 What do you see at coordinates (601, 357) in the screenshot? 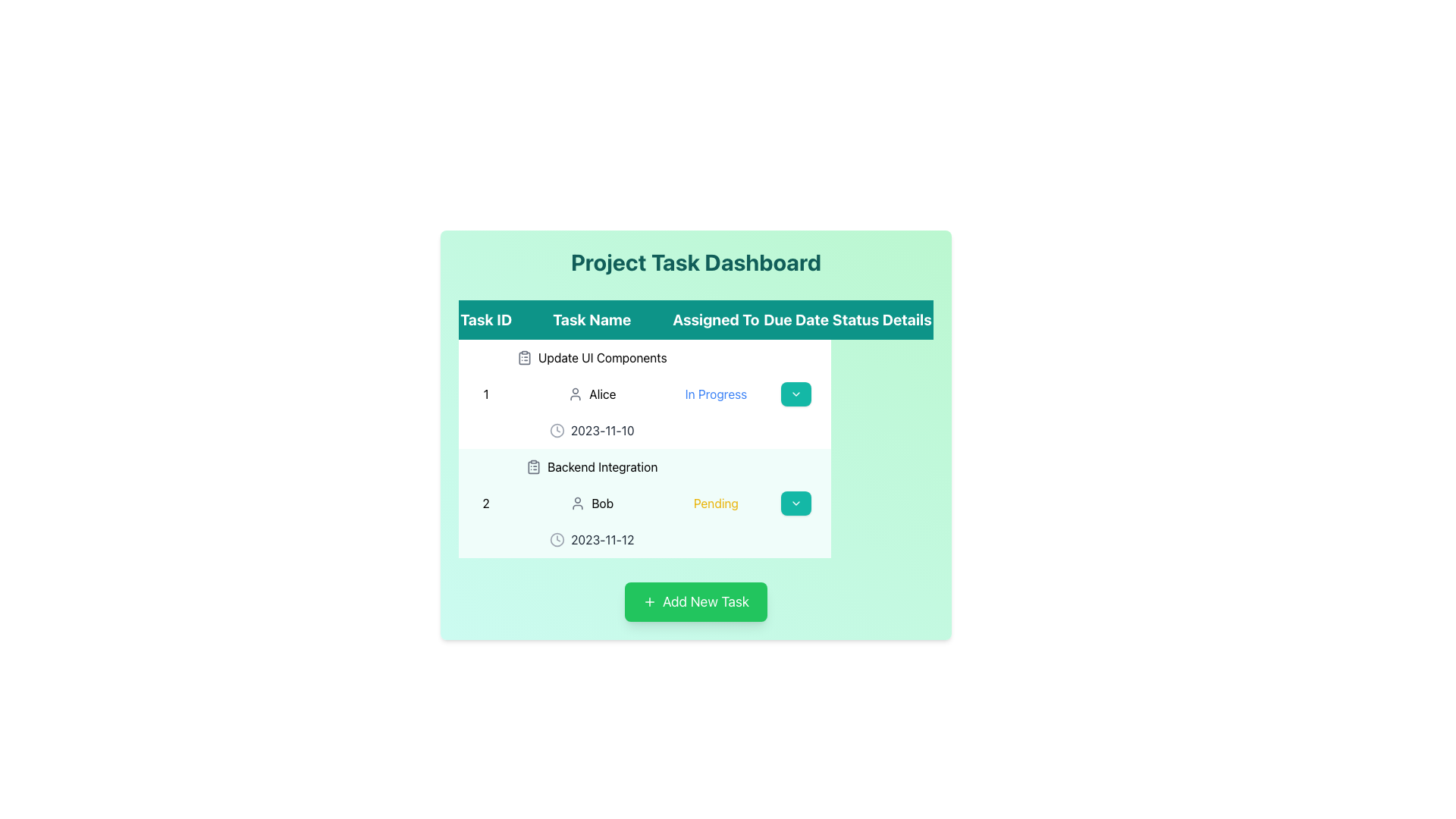
I see `the Static Text element displaying 'Update UI Components', located in the second column of the first row of the task table, next to the clipboard icon` at bounding box center [601, 357].